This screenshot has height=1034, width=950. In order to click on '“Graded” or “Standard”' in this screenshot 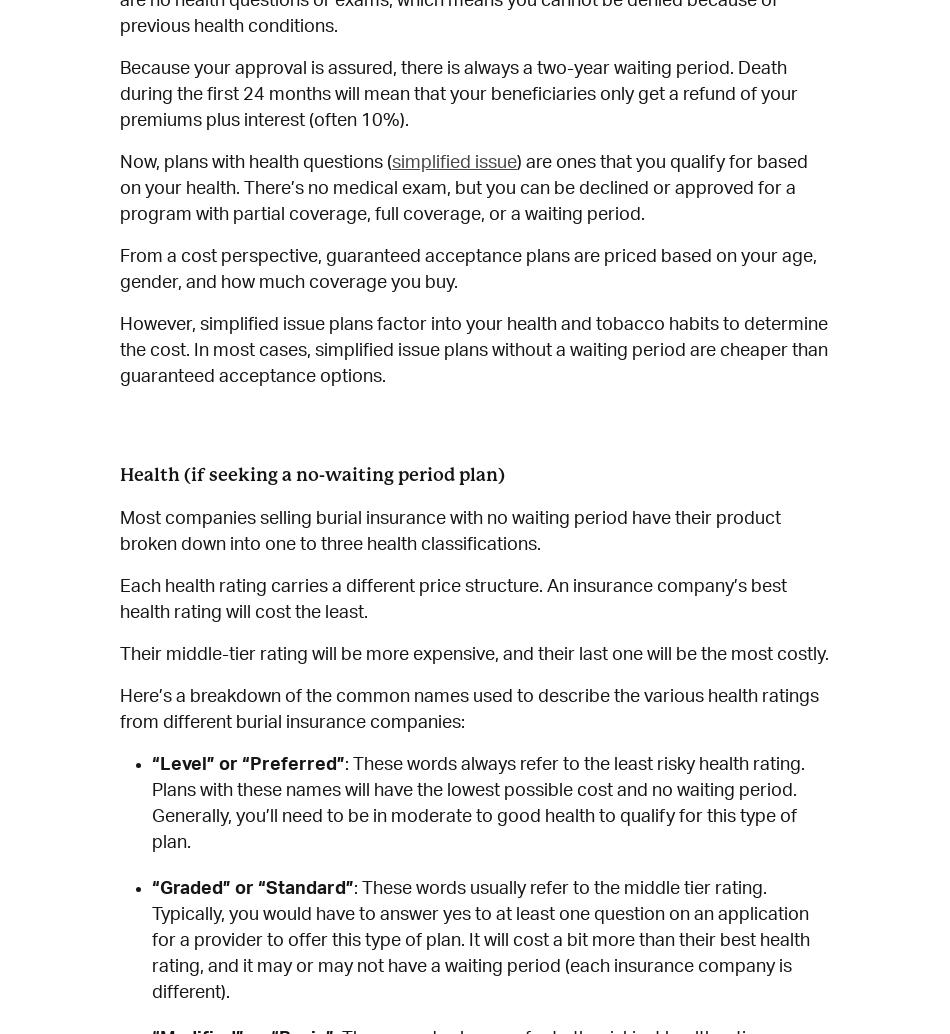, I will do `click(152, 888)`.